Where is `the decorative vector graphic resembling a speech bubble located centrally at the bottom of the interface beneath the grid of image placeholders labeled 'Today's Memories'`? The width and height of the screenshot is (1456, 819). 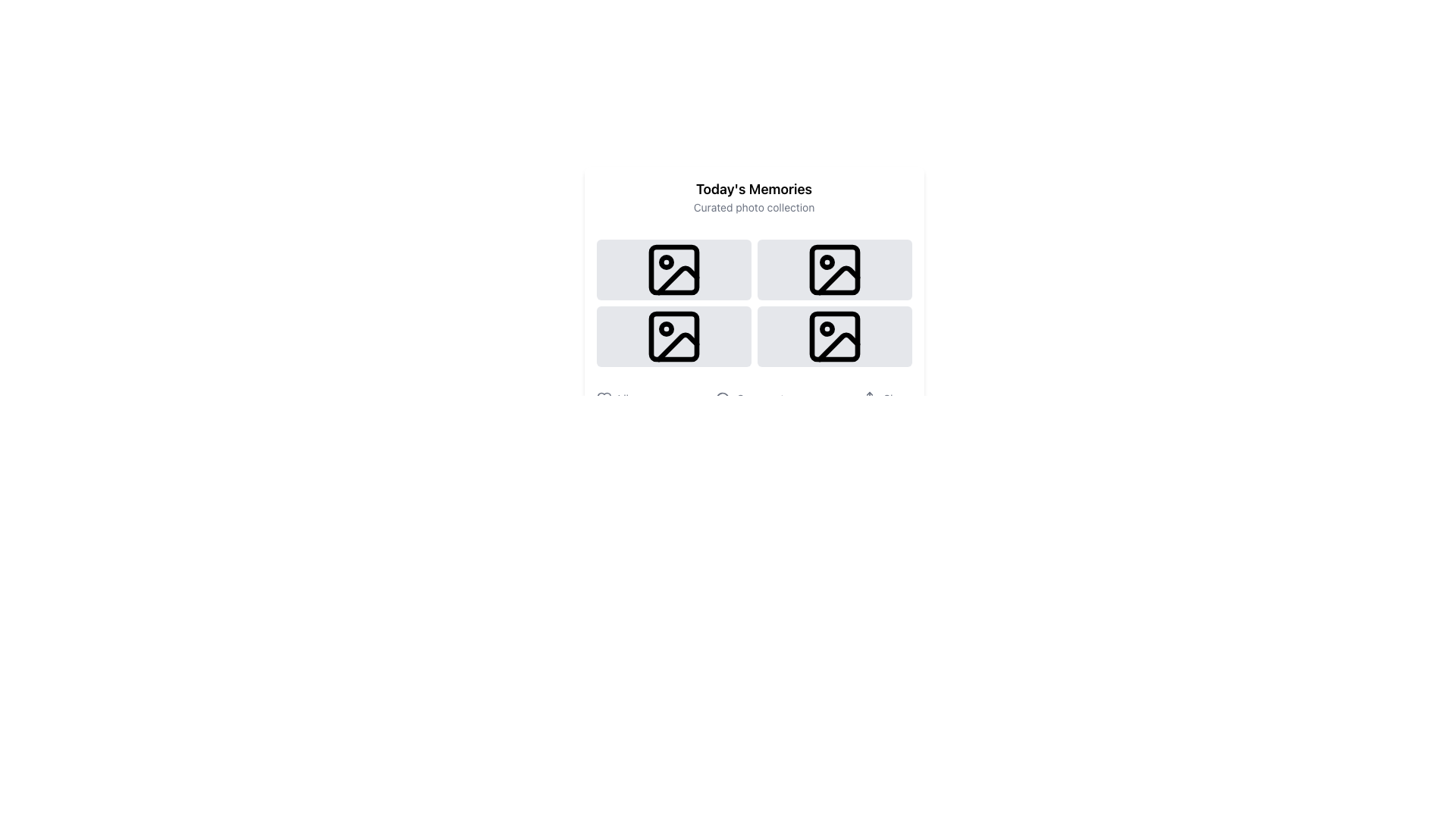 the decorative vector graphic resembling a speech bubble located centrally at the bottom of the interface beneath the grid of image placeholders labeled 'Today's Memories' is located at coordinates (722, 398).